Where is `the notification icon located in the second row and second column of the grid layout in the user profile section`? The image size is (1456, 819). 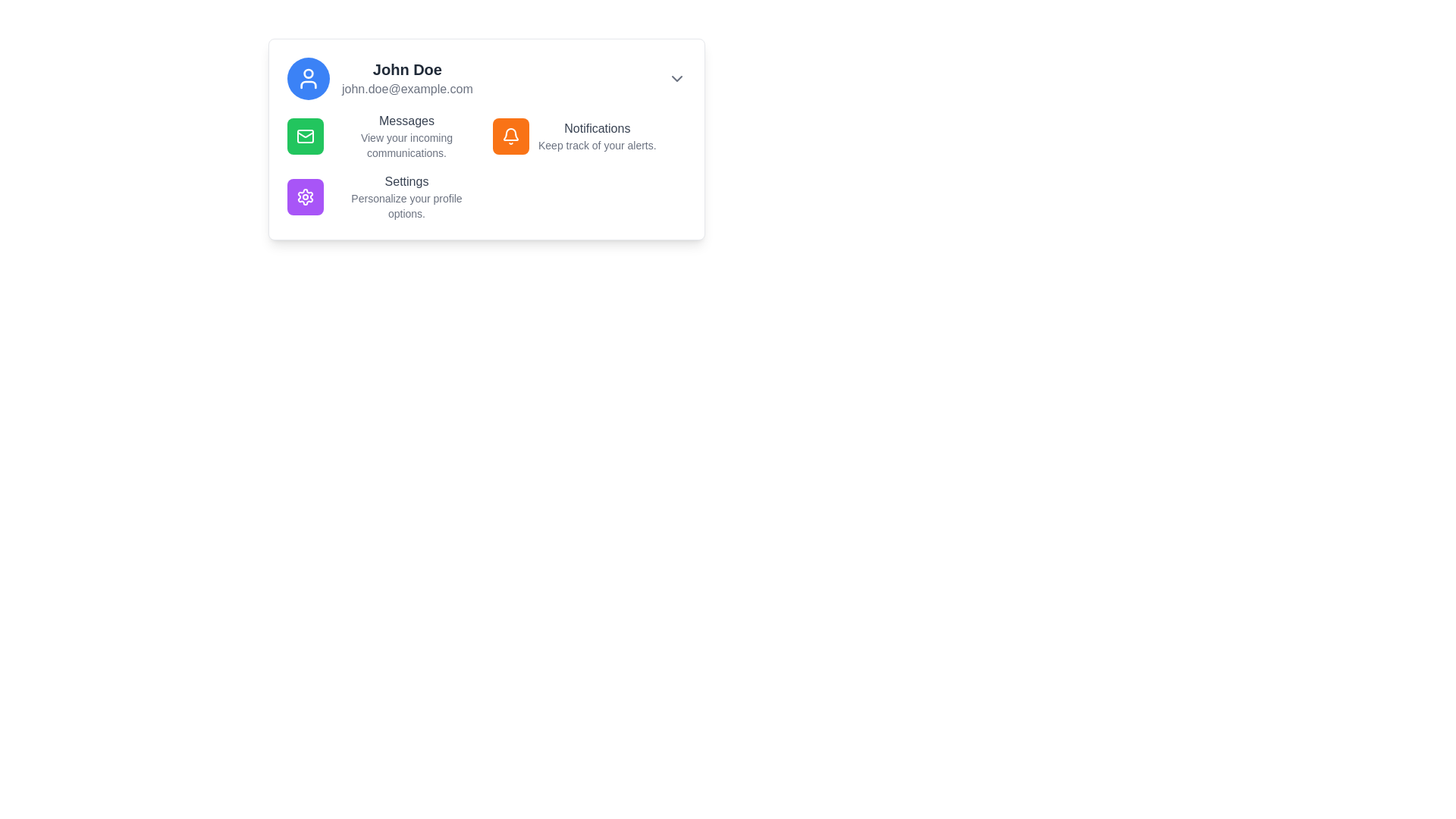
the notification icon located in the second row and second column of the grid layout in the user profile section is located at coordinates (510, 136).